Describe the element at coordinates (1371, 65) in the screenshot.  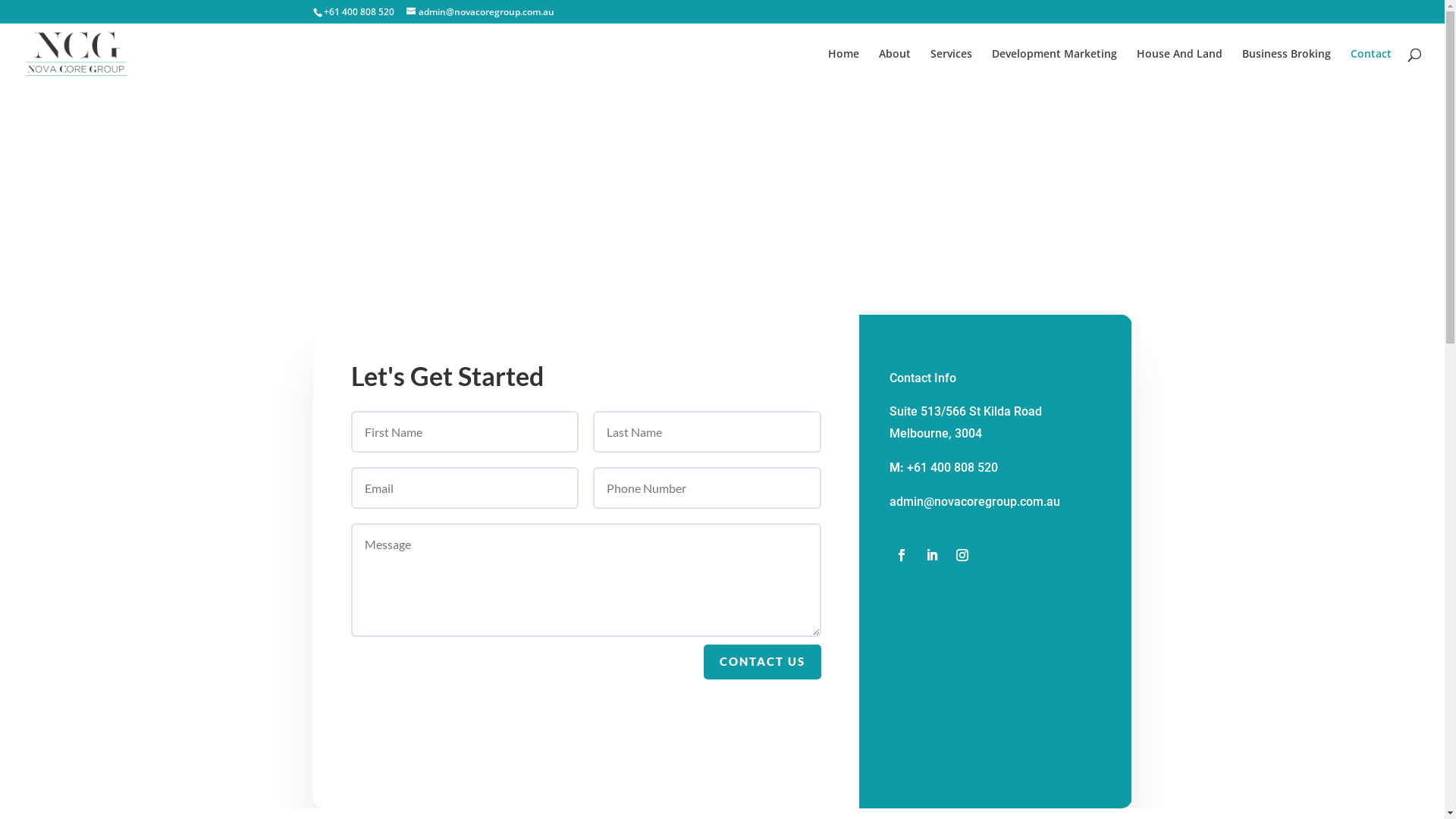
I see `'Contact'` at that location.